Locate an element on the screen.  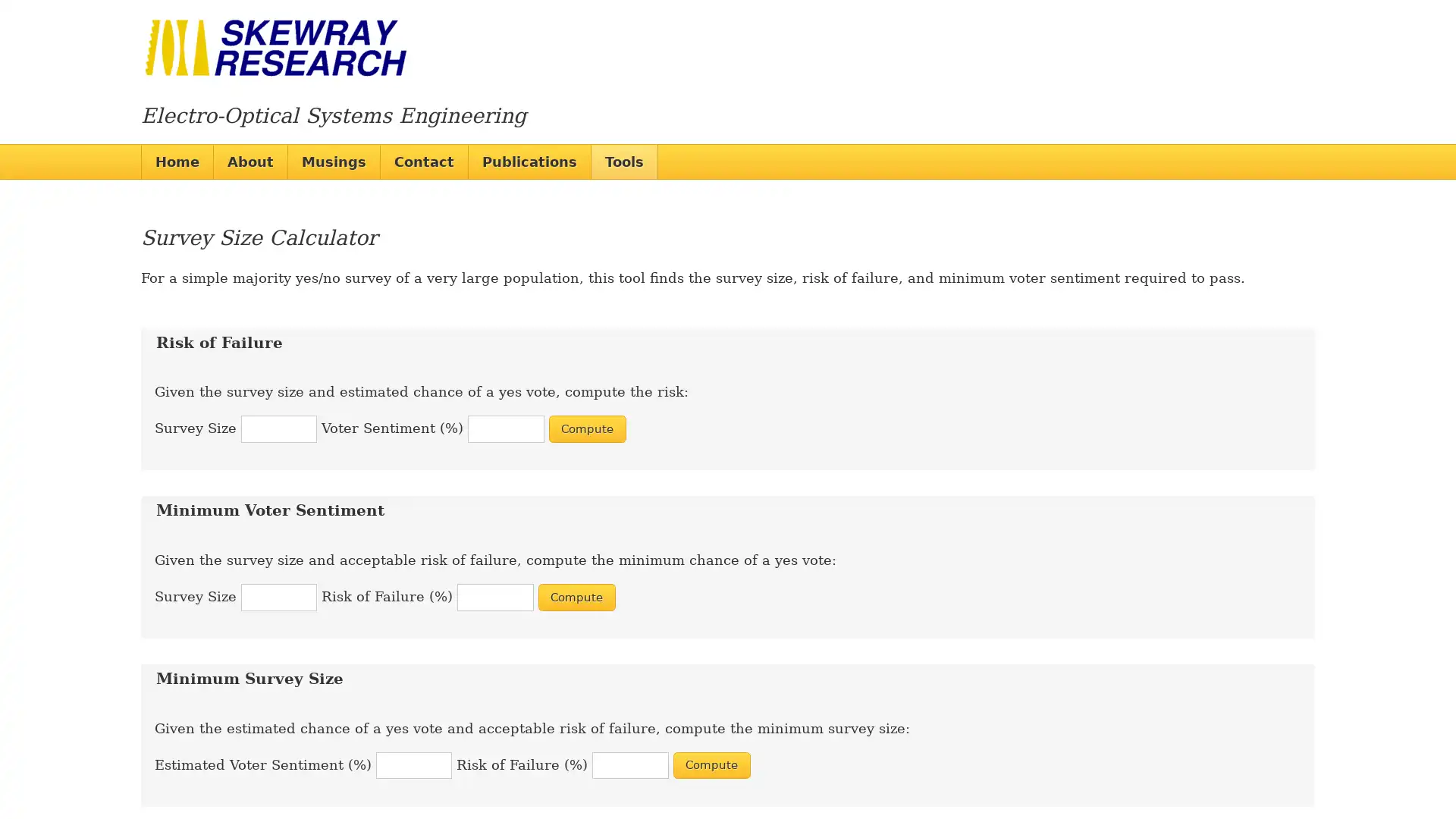
Compute is located at coordinates (710, 765).